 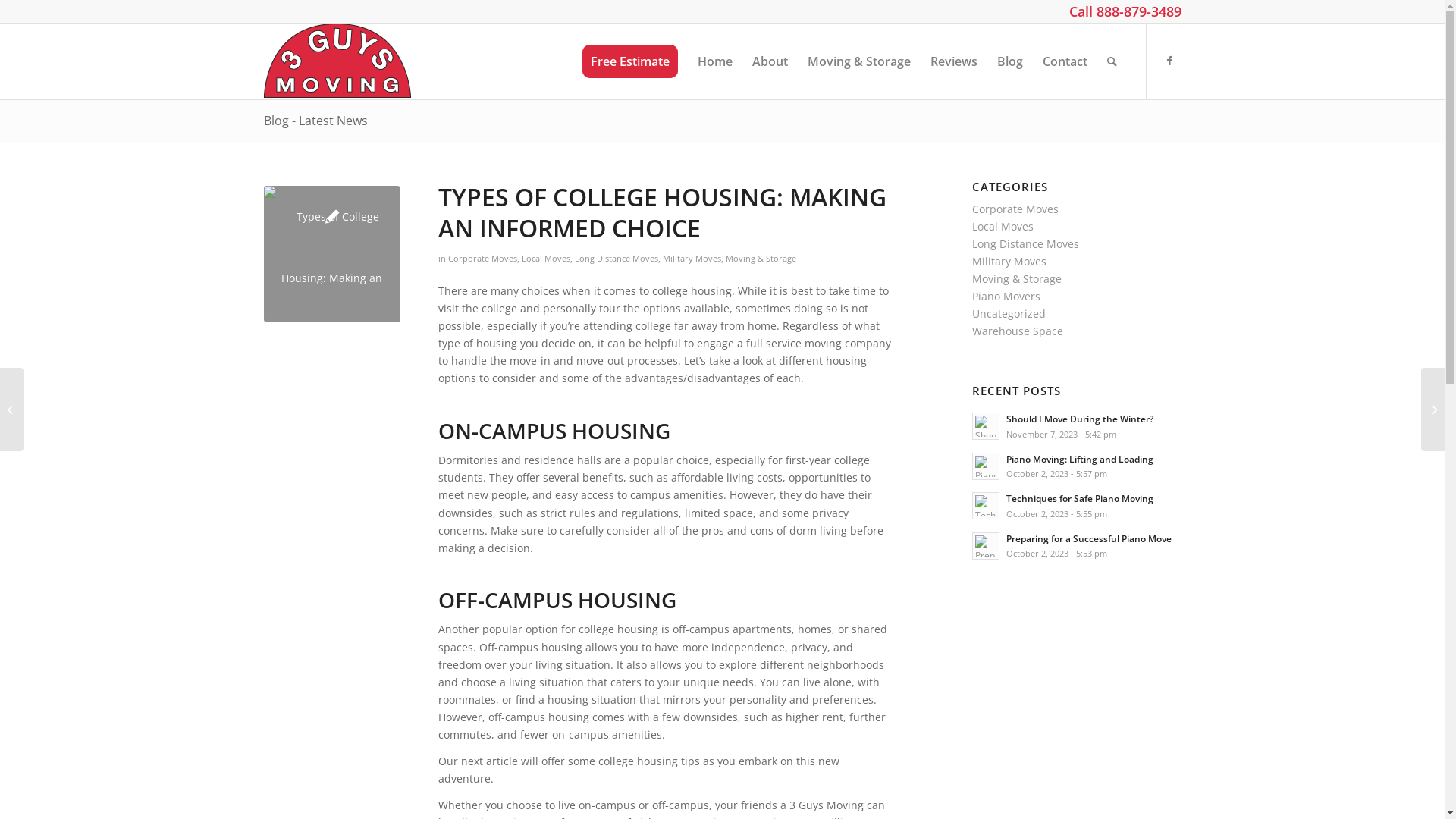 What do you see at coordinates (971, 296) in the screenshot?
I see `'Piano Movers'` at bounding box center [971, 296].